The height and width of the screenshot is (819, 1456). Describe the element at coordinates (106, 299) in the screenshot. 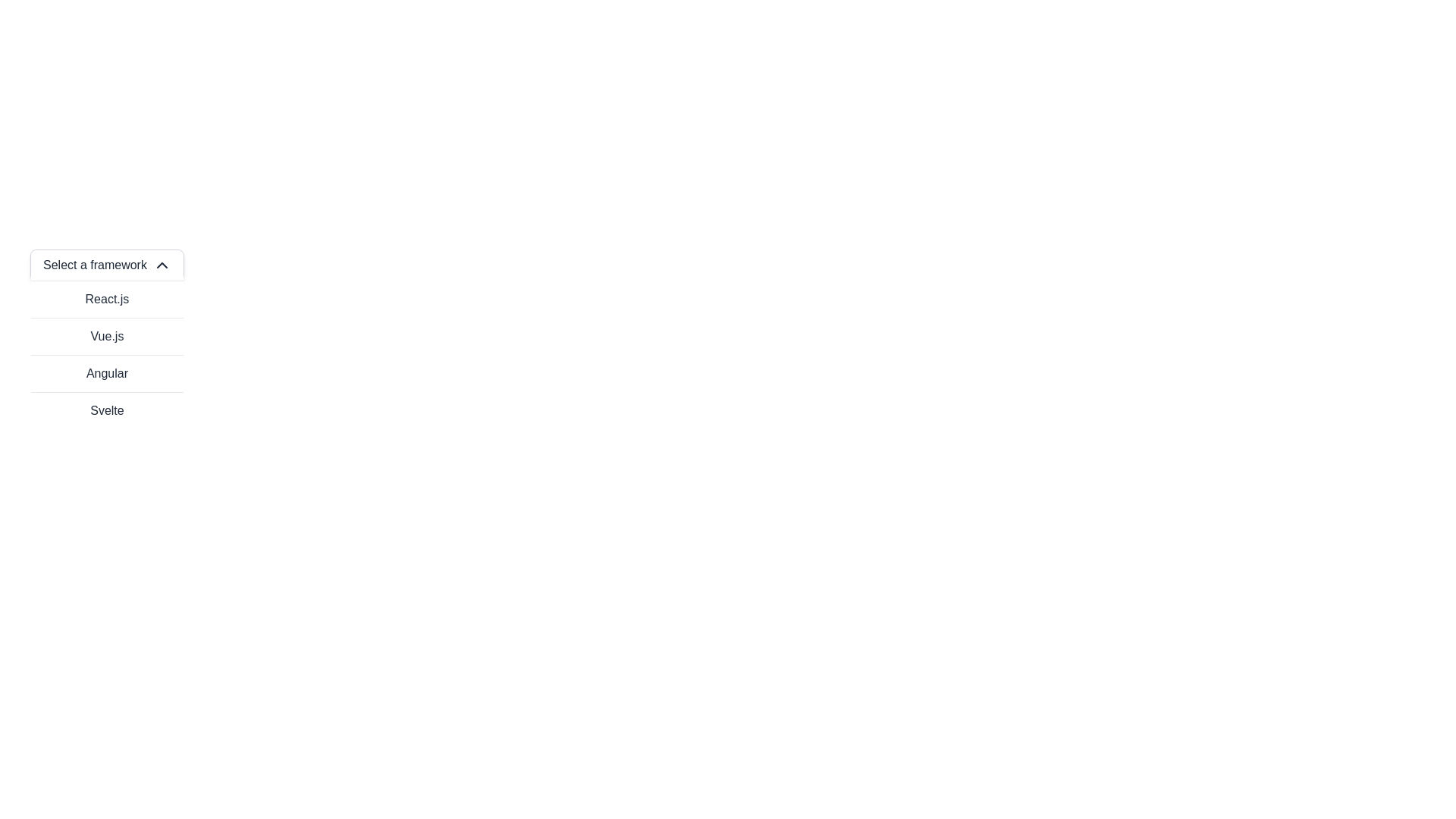

I see `the text label 'React.js' in the dropdown list` at that location.